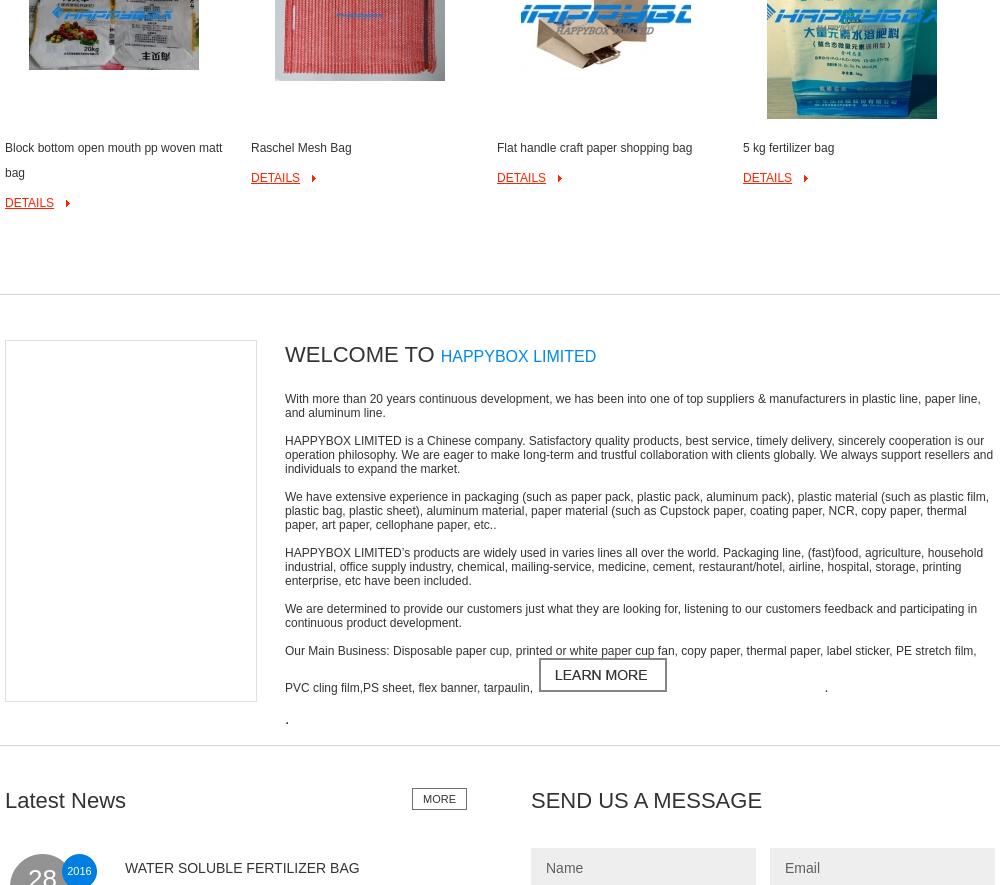  What do you see at coordinates (5, 159) in the screenshot?
I see `'Block bottom open mouth pp woven matt bag'` at bounding box center [5, 159].